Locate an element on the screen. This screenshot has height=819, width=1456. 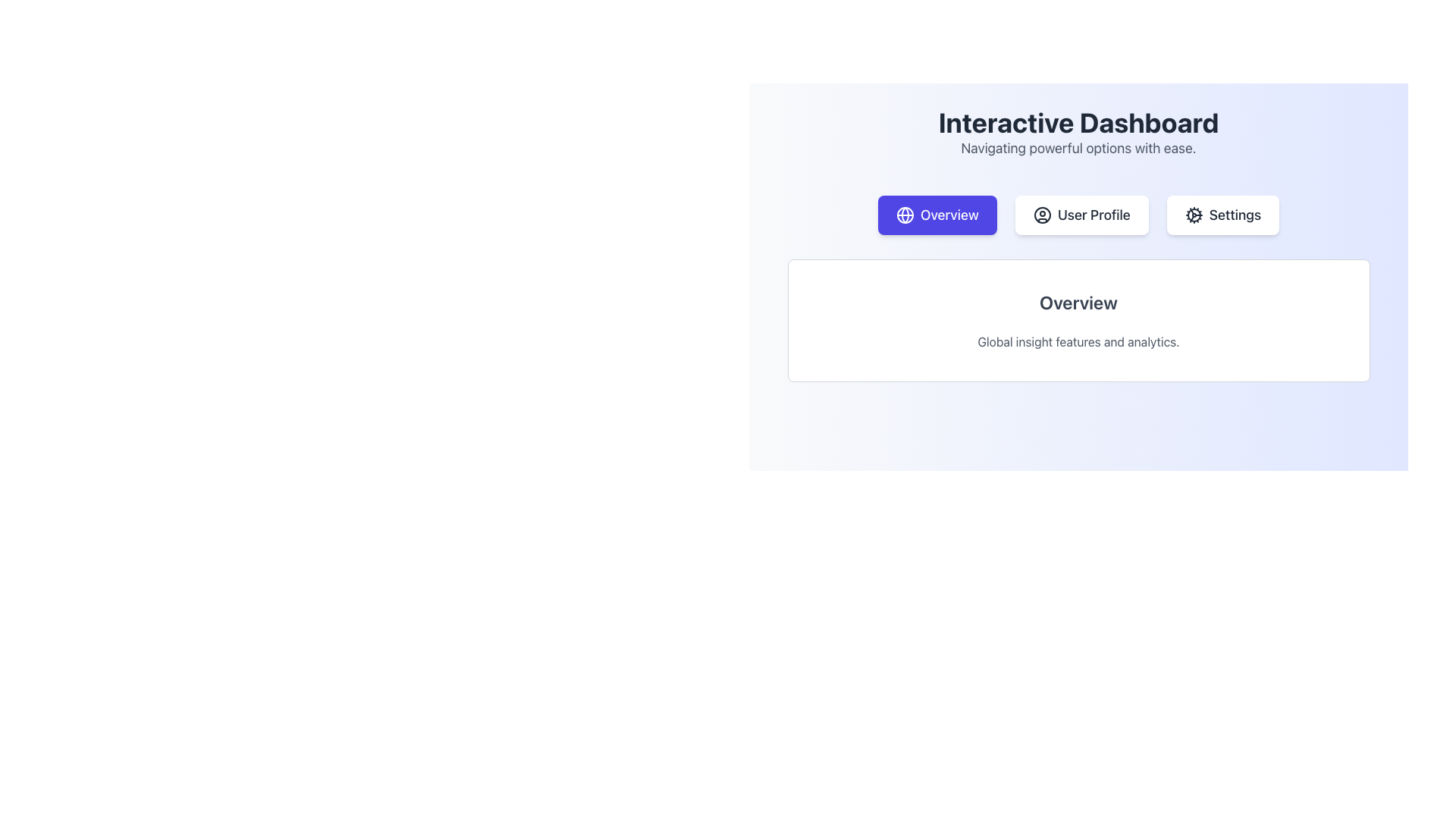
the circular outer component of the cogwheel icon within the Settings button, which is located in the top-right of the interface is located at coordinates (1193, 215).